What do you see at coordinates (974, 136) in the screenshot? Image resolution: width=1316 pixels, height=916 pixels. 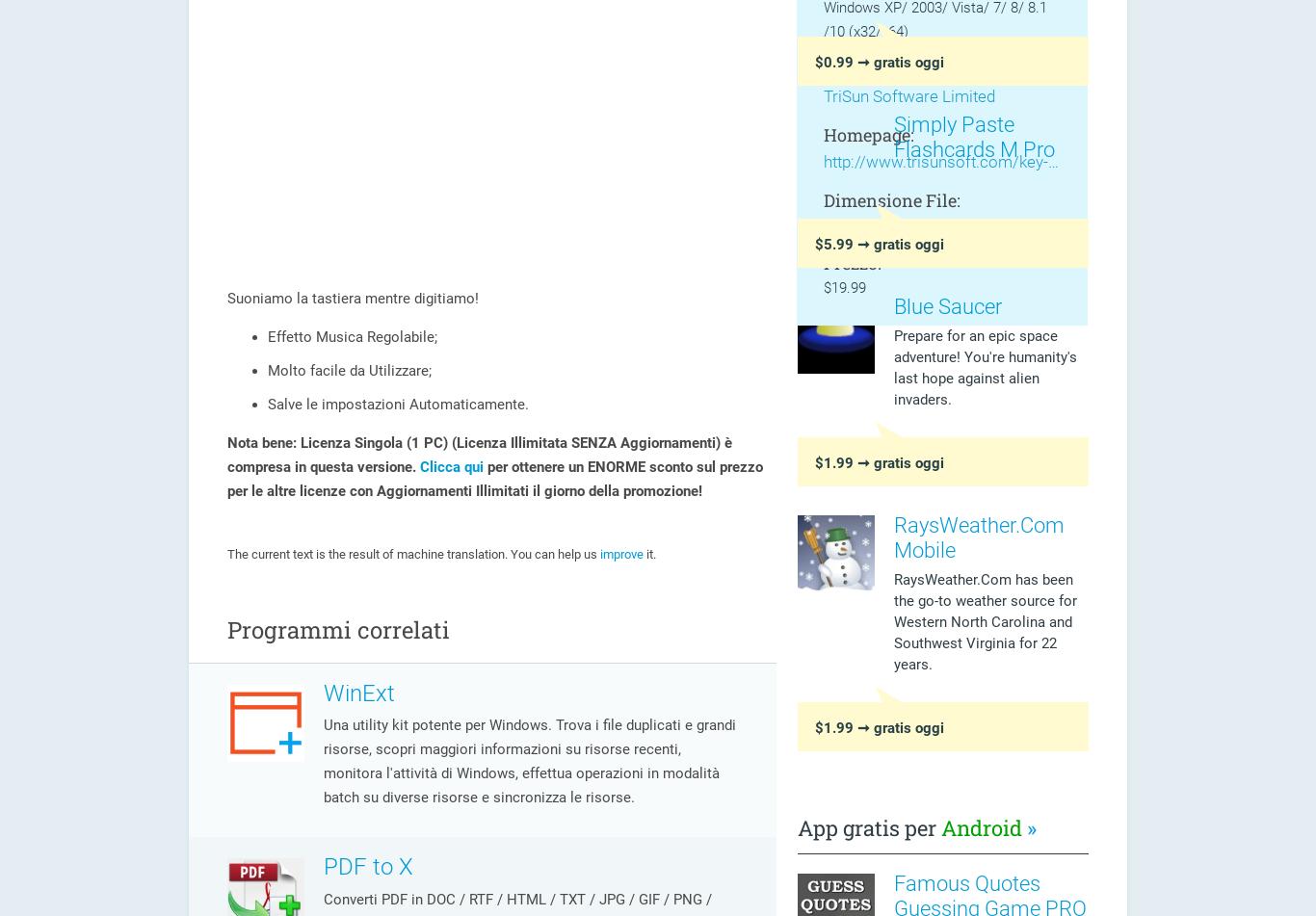 I see `'Simply Paste Flashcards M Pro'` at bounding box center [974, 136].